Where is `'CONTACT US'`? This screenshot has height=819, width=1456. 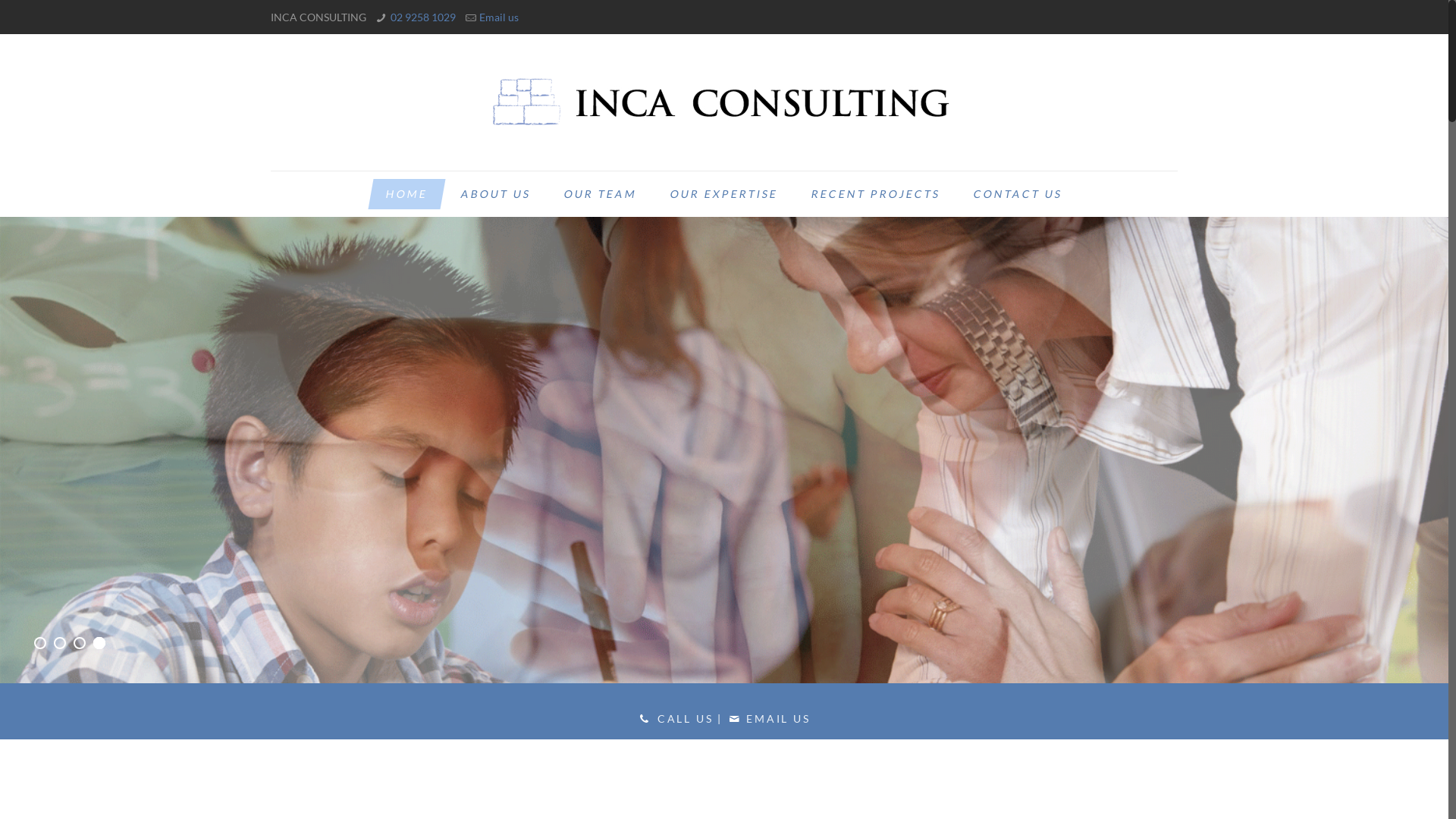
'CONTACT US' is located at coordinates (1015, 193).